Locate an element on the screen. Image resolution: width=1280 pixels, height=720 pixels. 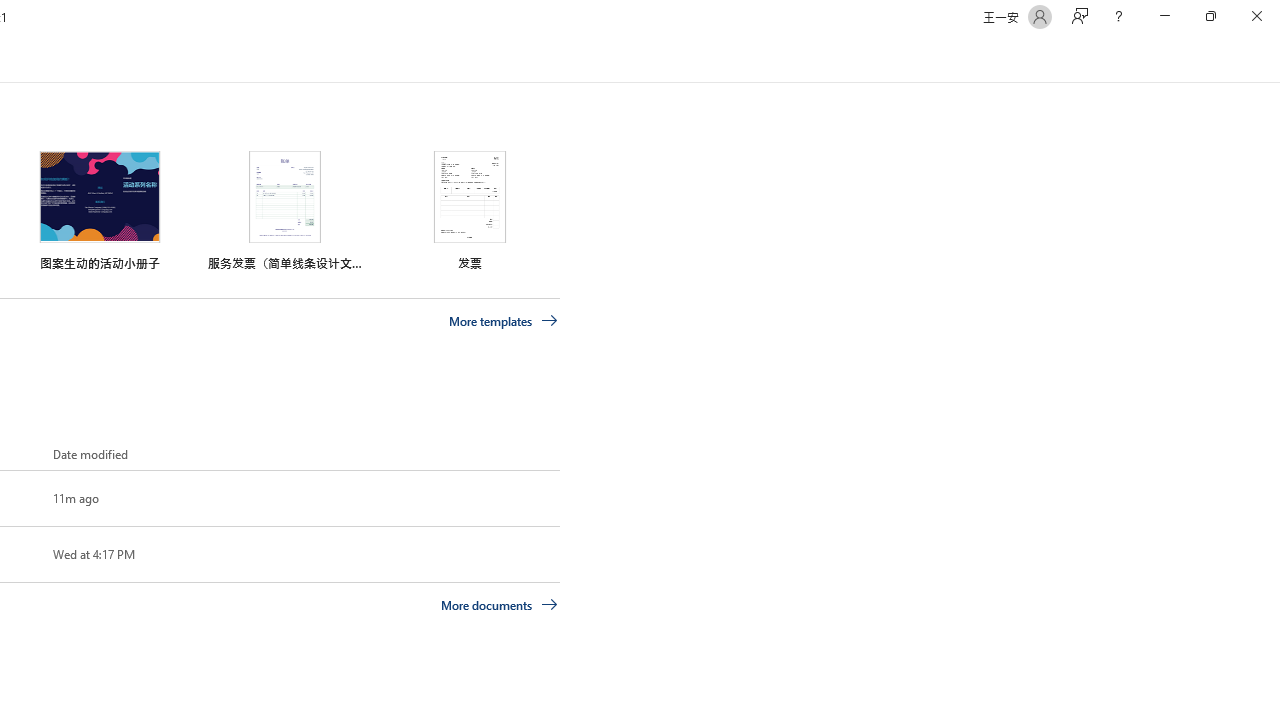
'More documents' is located at coordinates (499, 603).